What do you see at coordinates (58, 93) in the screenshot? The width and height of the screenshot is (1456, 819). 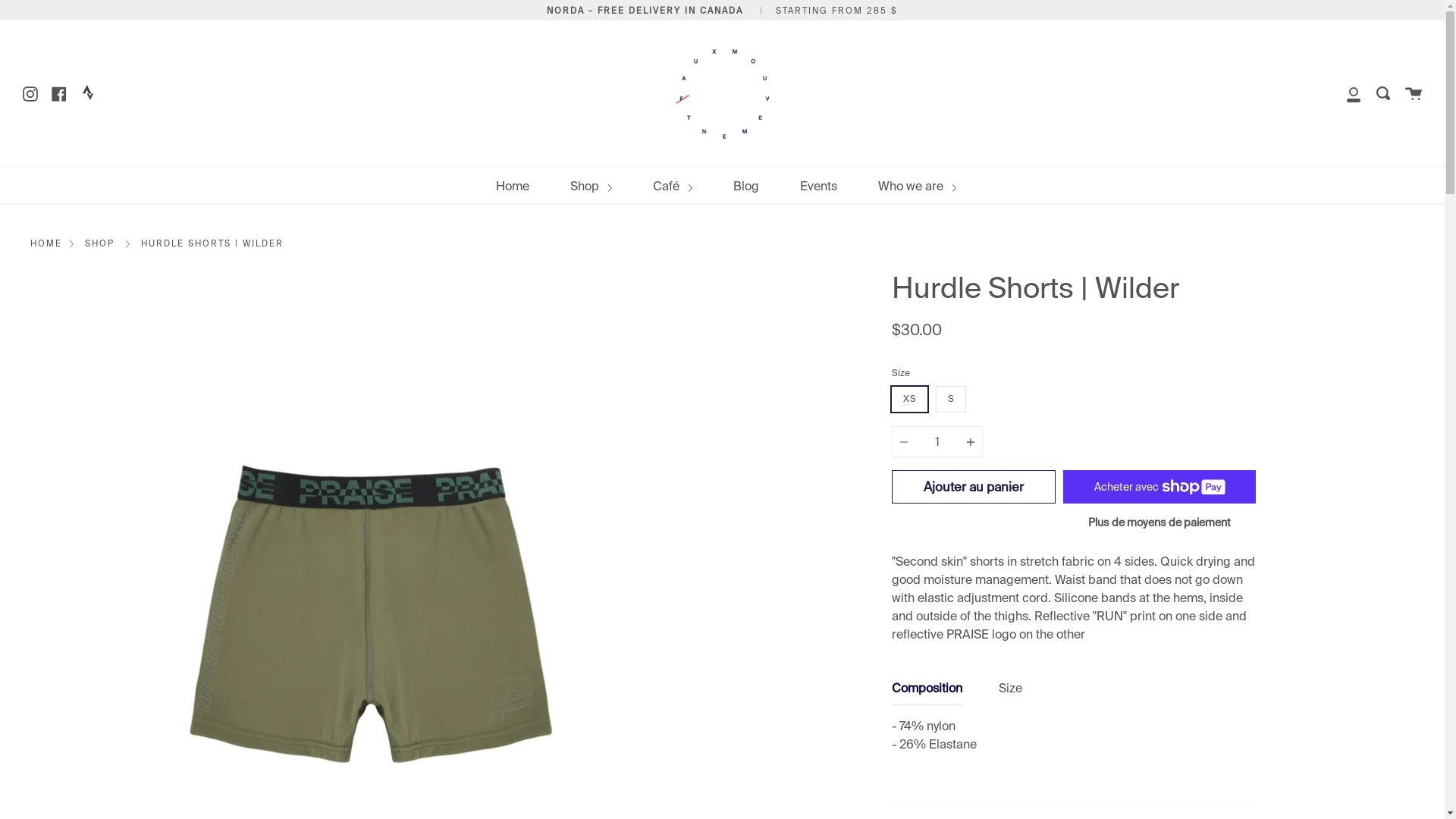 I see `'Facebook'` at bounding box center [58, 93].